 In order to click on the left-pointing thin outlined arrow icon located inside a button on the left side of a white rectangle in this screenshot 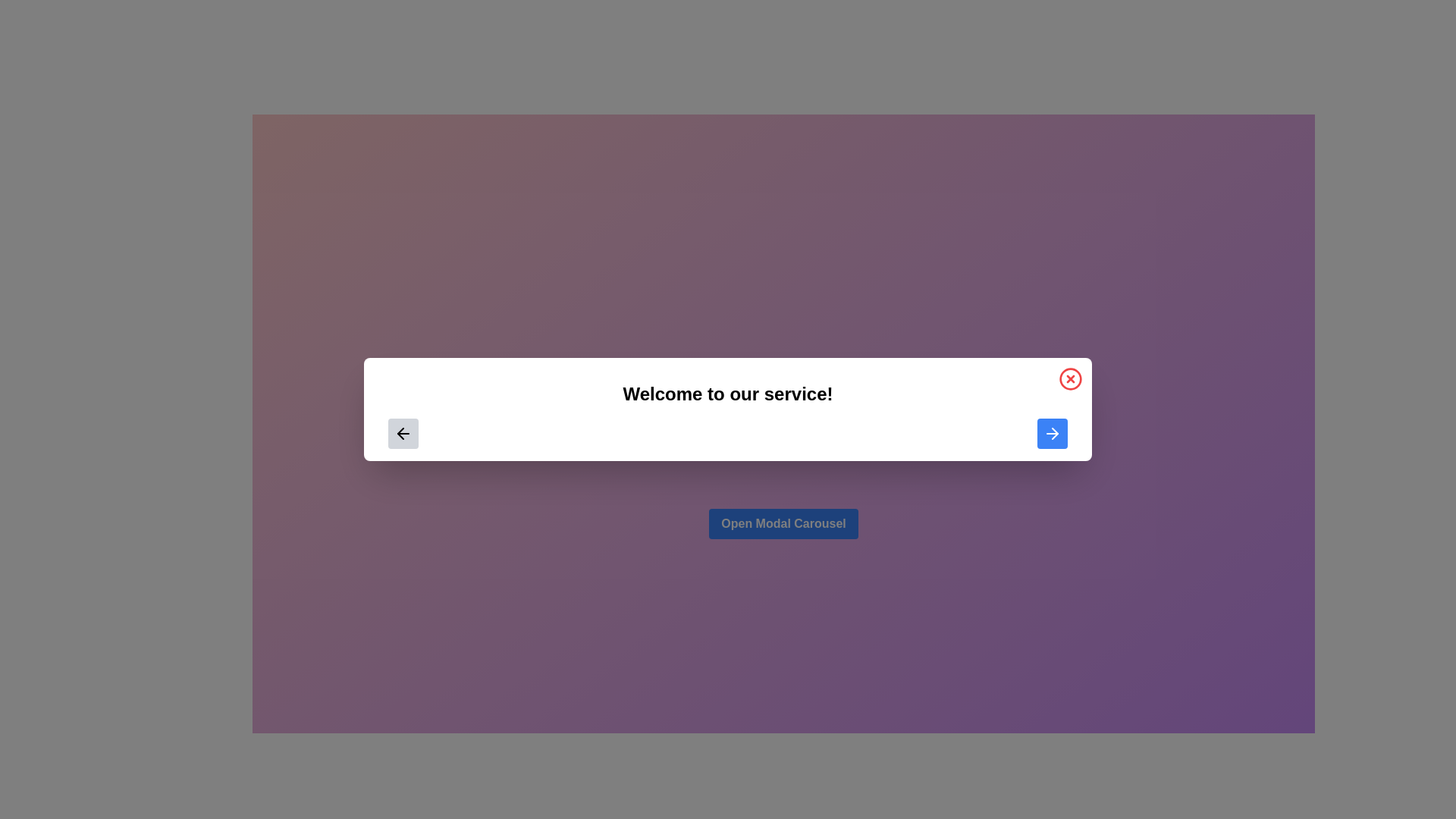, I will do `click(403, 433)`.